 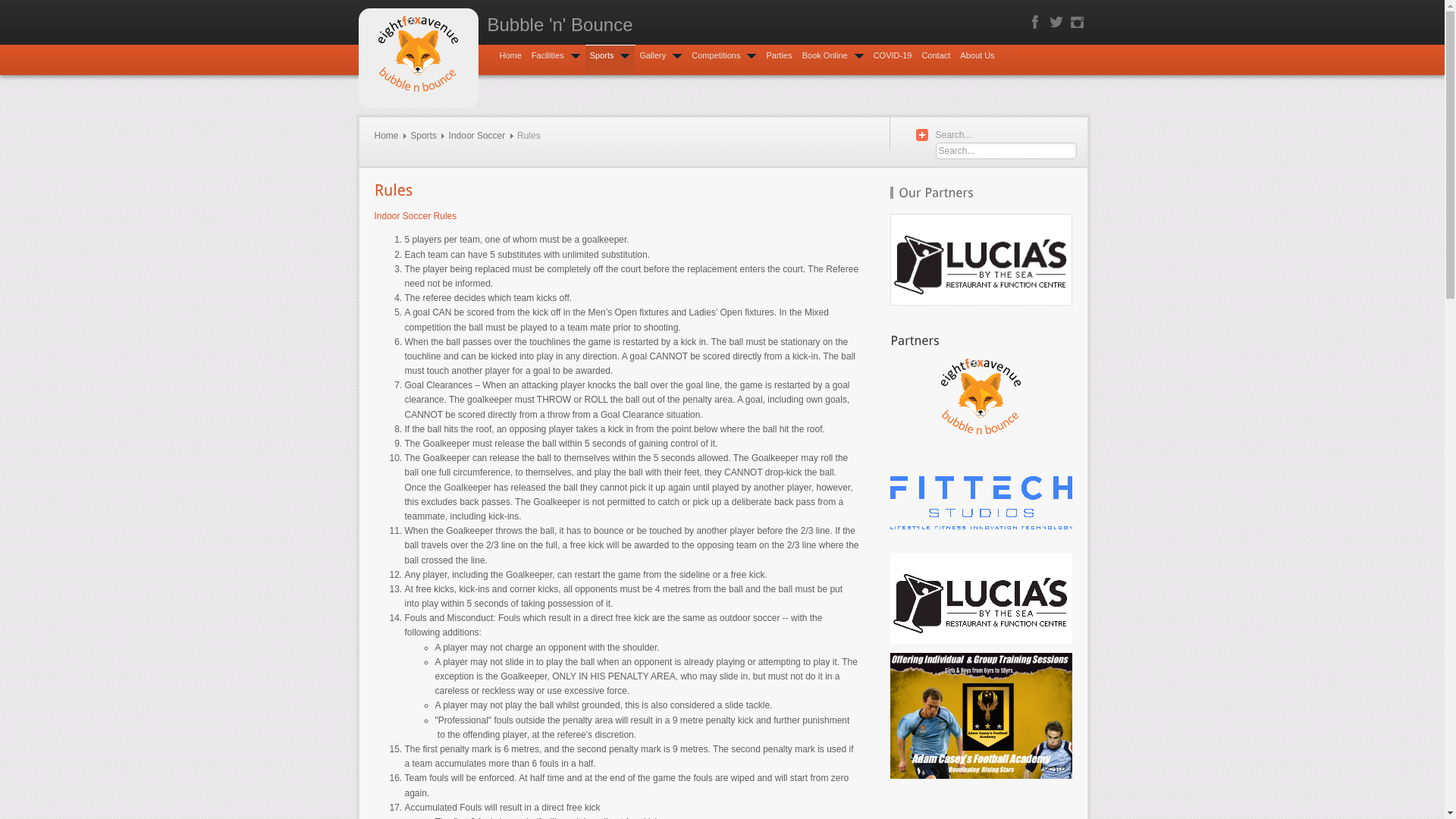 What do you see at coordinates (832, 60) in the screenshot?
I see `'Book Online'` at bounding box center [832, 60].